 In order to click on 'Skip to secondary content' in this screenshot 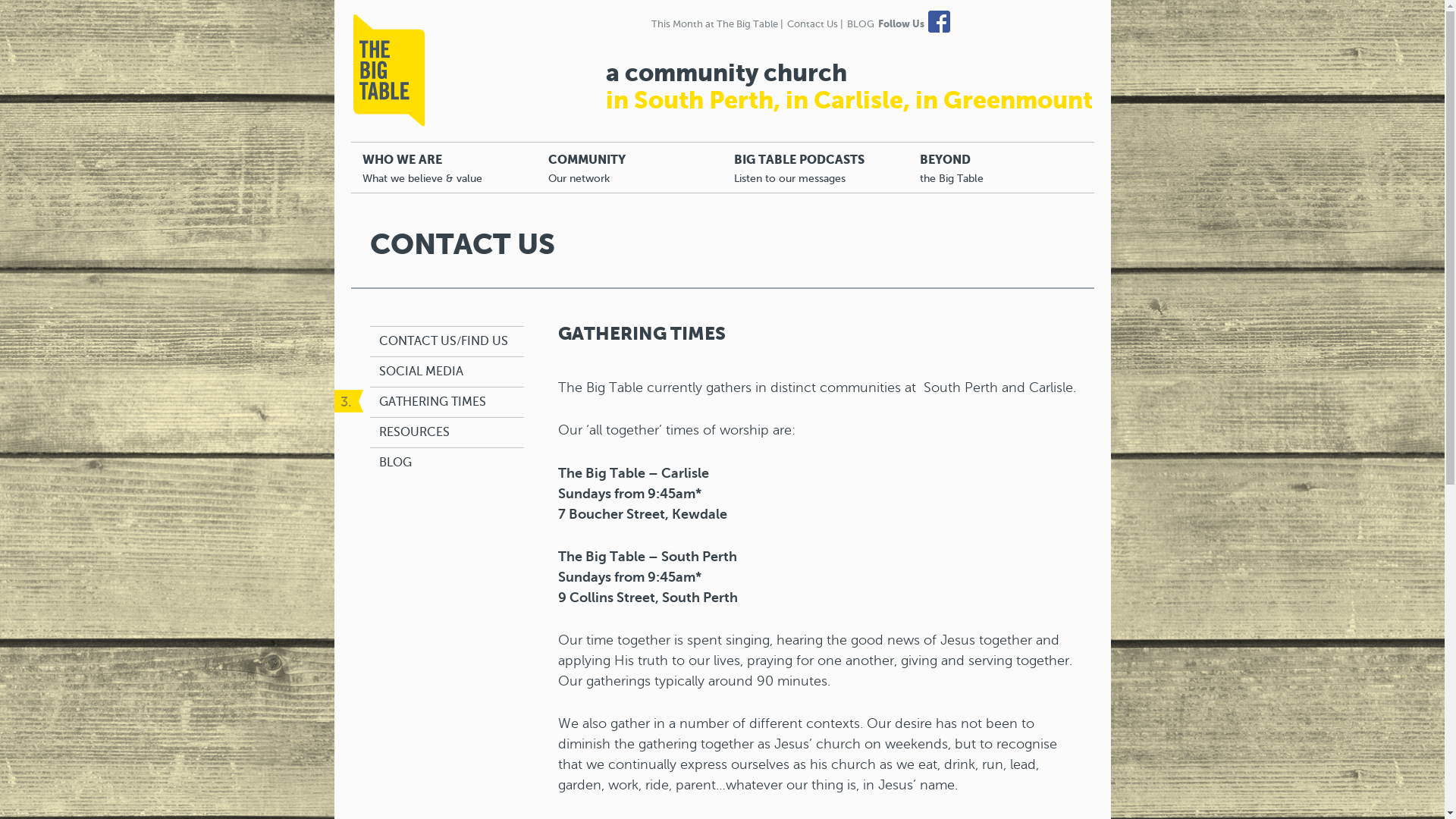, I will do `click(431, 149)`.